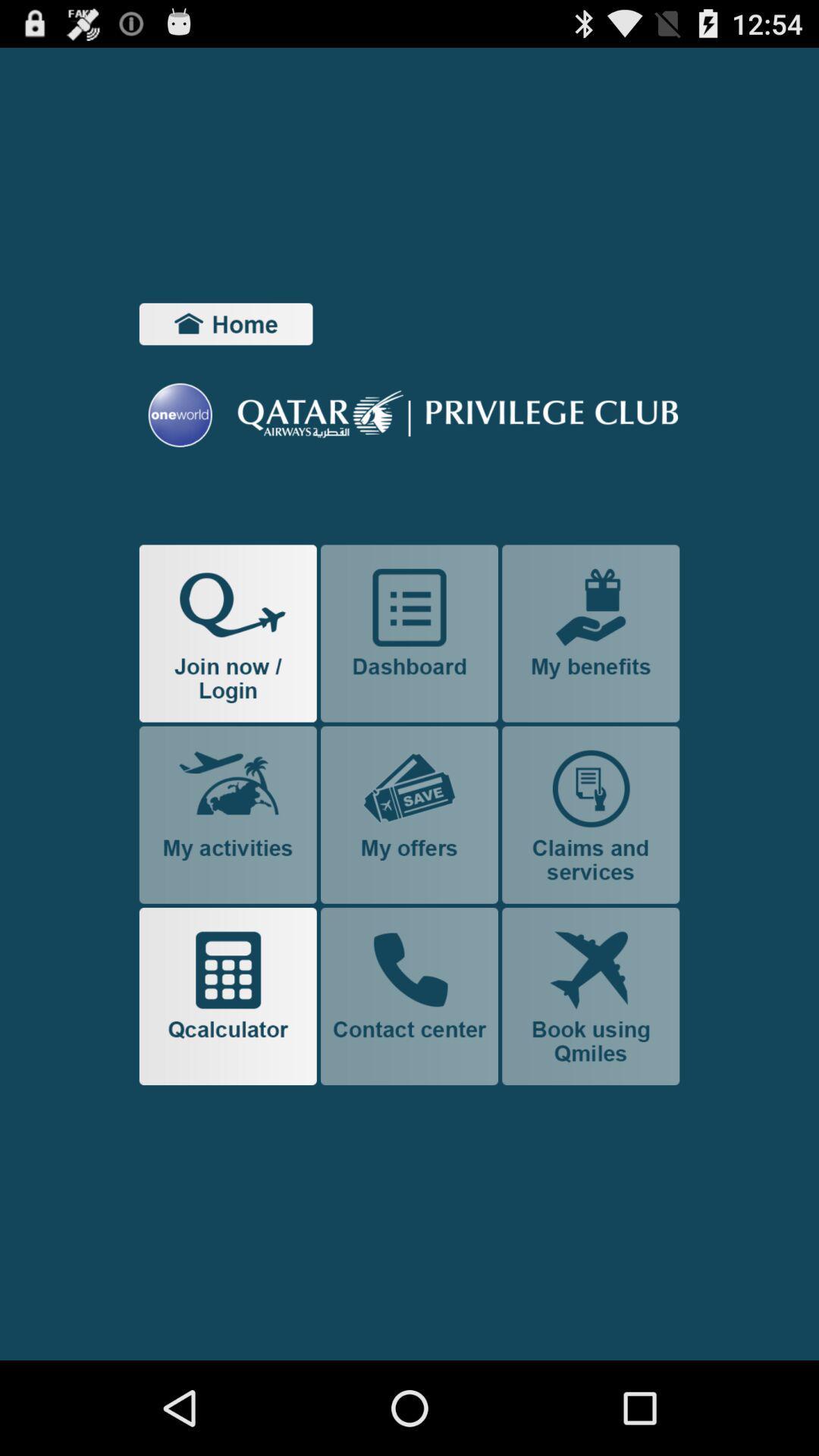 Image resolution: width=819 pixels, height=1456 pixels. Describe the element at coordinates (590, 996) in the screenshot. I see `flight booking` at that location.